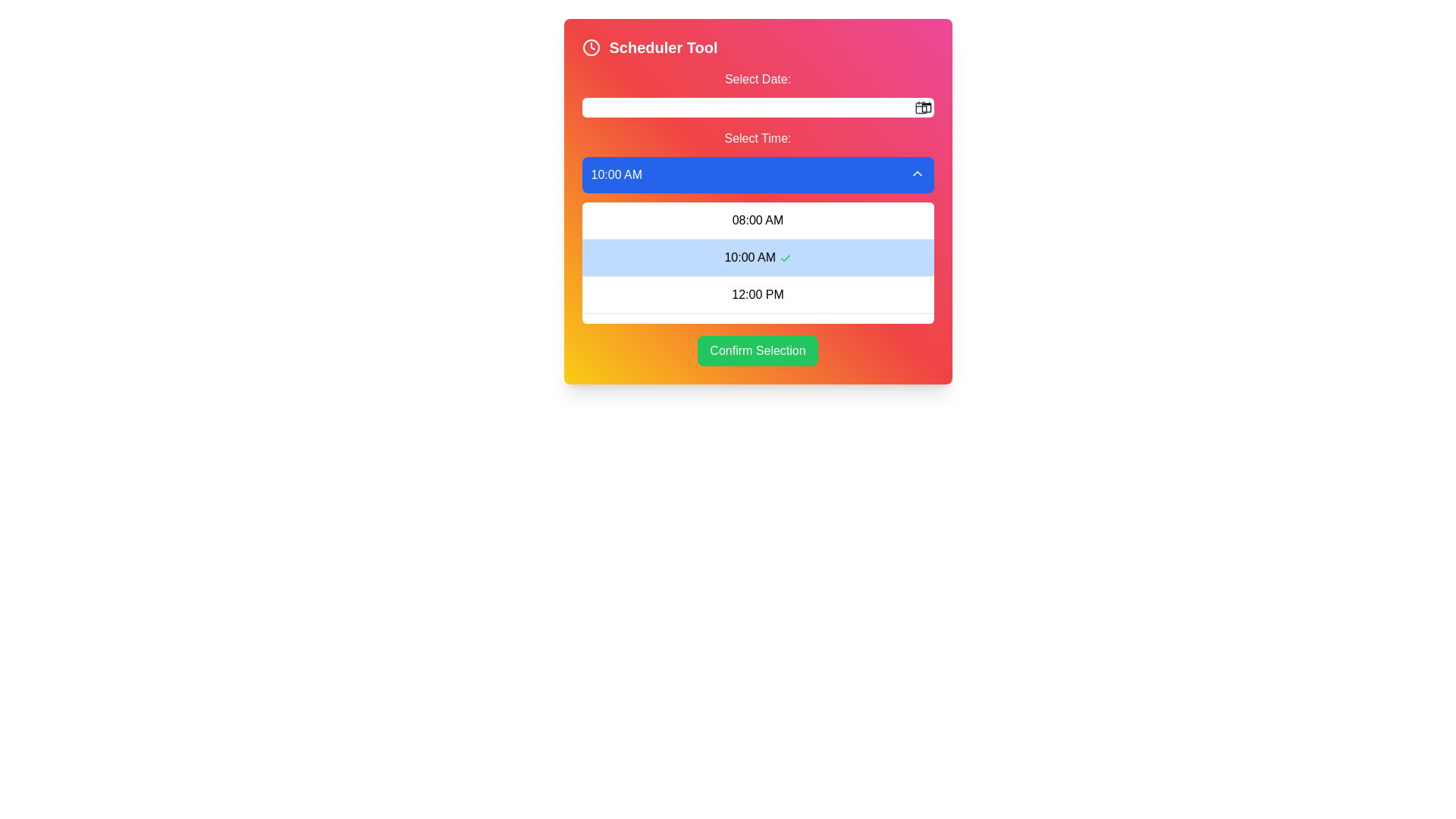 This screenshot has height=819, width=1456. What do you see at coordinates (916, 172) in the screenshot?
I see `the collapse icon located on the far right side of the blue button labeled '10:00 AM' to minimize the dropdown menu options` at bounding box center [916, 172].